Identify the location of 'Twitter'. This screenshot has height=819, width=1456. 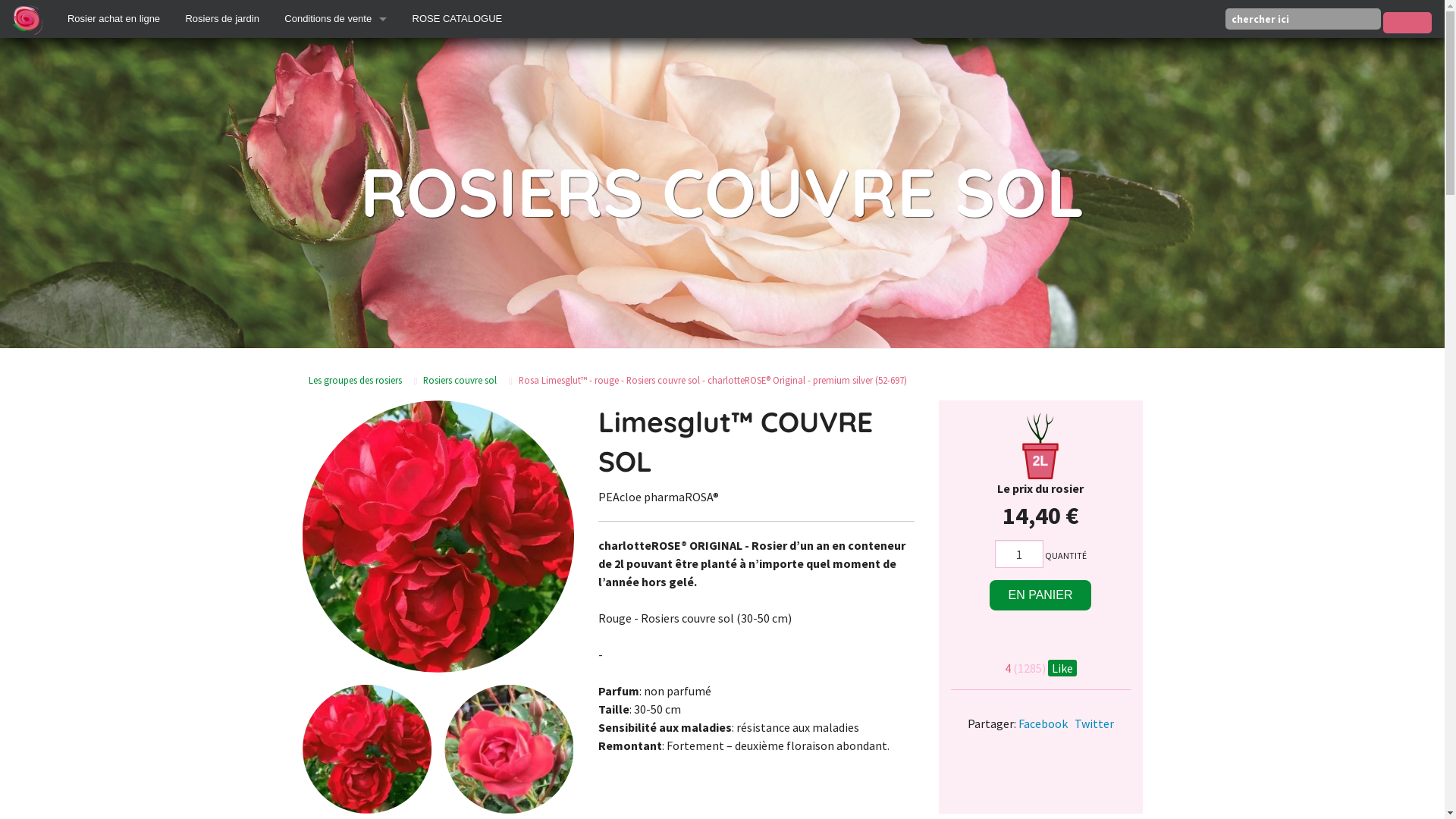
(1093, 722).